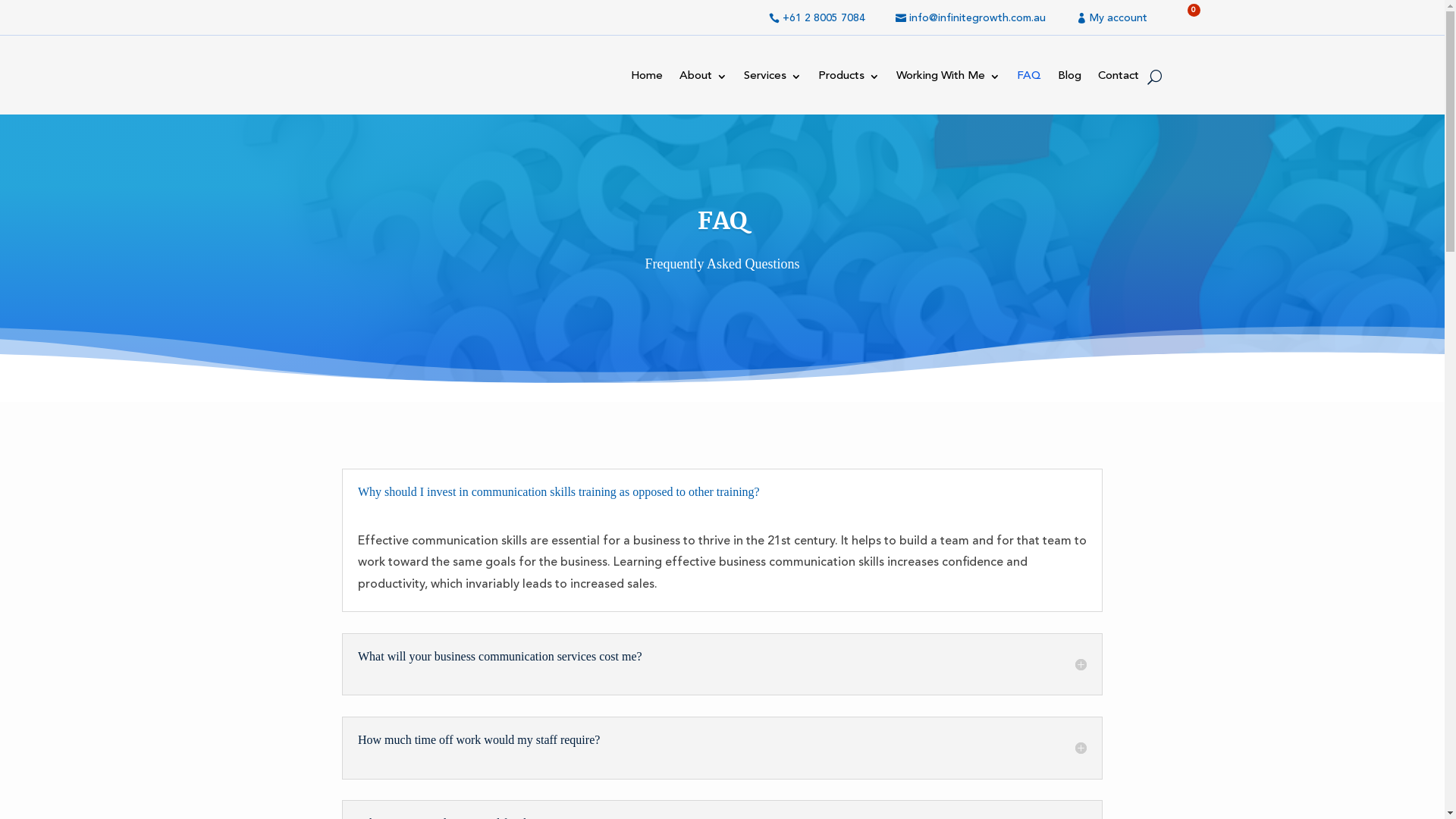 This screenshot has height=819, width=1456. What do you see at coordinates (1118, 79) in the screenshot?
I see `'Contact'` at bounding box center [1118, 79].